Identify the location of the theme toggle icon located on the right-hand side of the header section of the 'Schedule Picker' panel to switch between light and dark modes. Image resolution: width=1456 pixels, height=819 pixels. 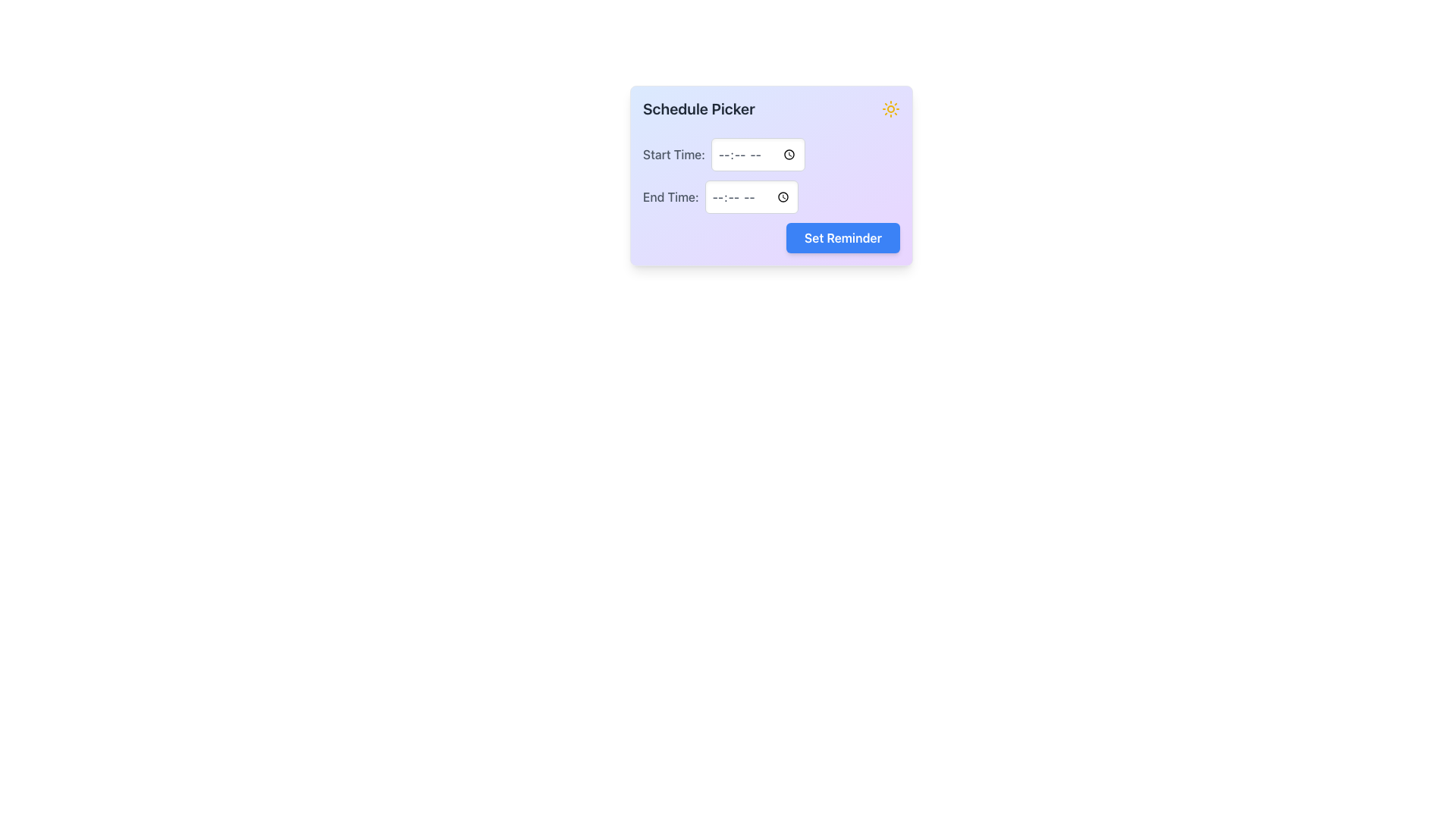
(891, 108).